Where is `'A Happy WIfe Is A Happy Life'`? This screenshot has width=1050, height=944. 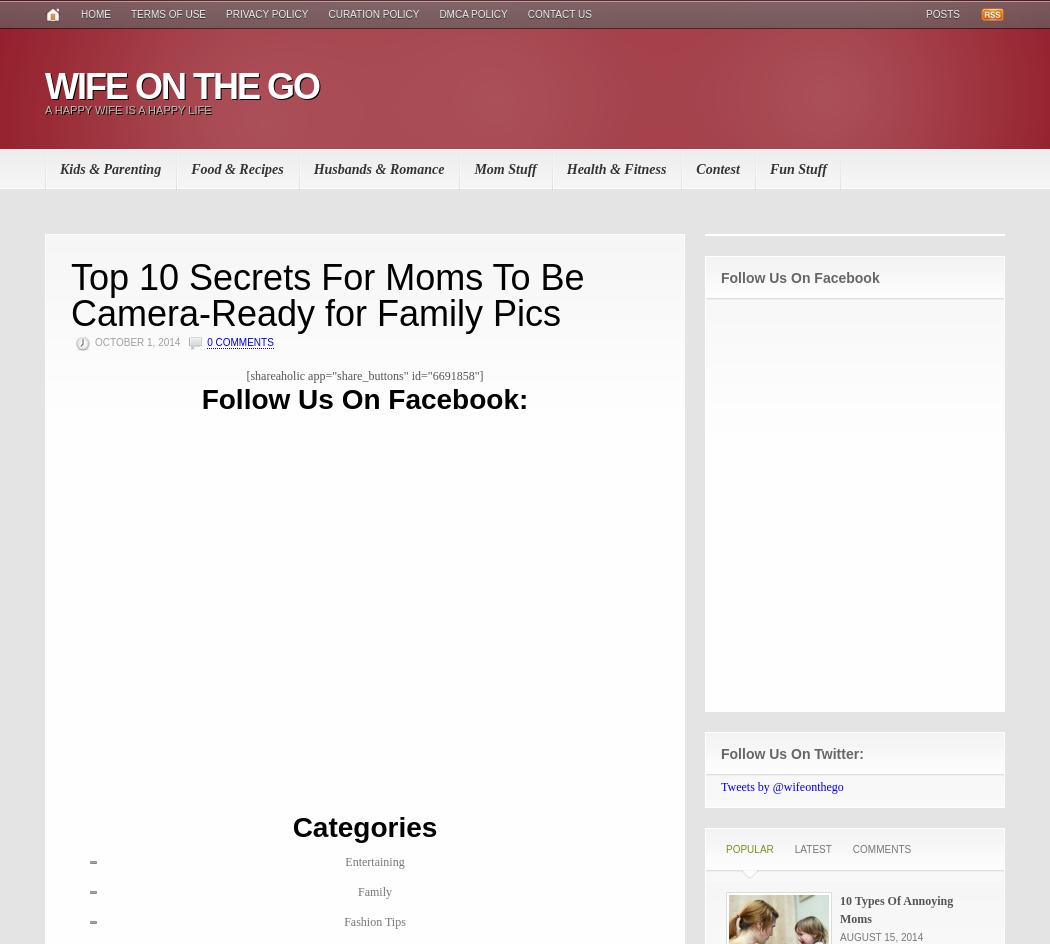 'A Happy WIfe Is A Happy Life' is located at coordinates (44, 108).